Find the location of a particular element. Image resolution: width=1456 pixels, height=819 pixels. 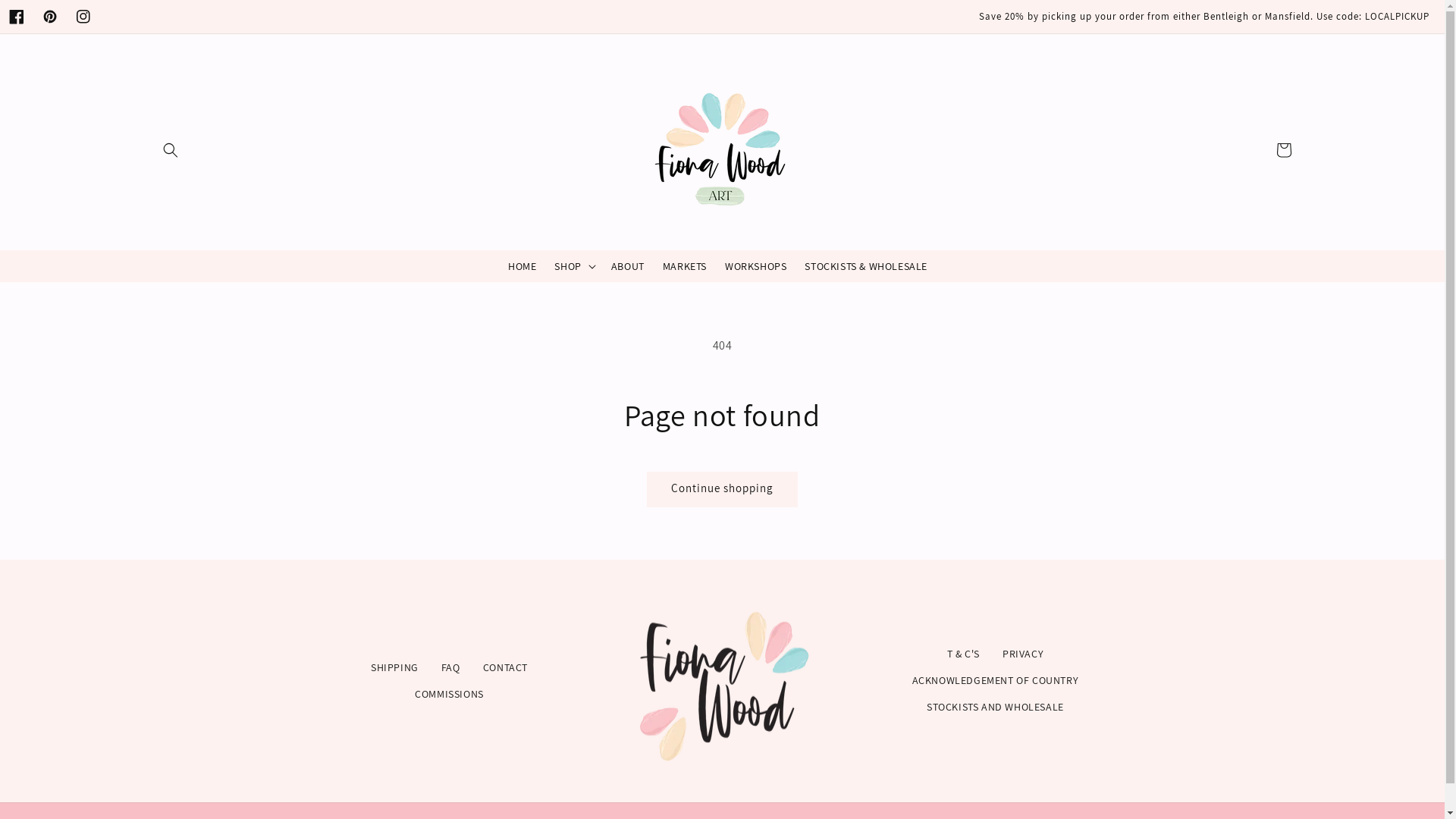

'STOCKISTS AND WHOLESALE' is located at coordinates (995, 707).